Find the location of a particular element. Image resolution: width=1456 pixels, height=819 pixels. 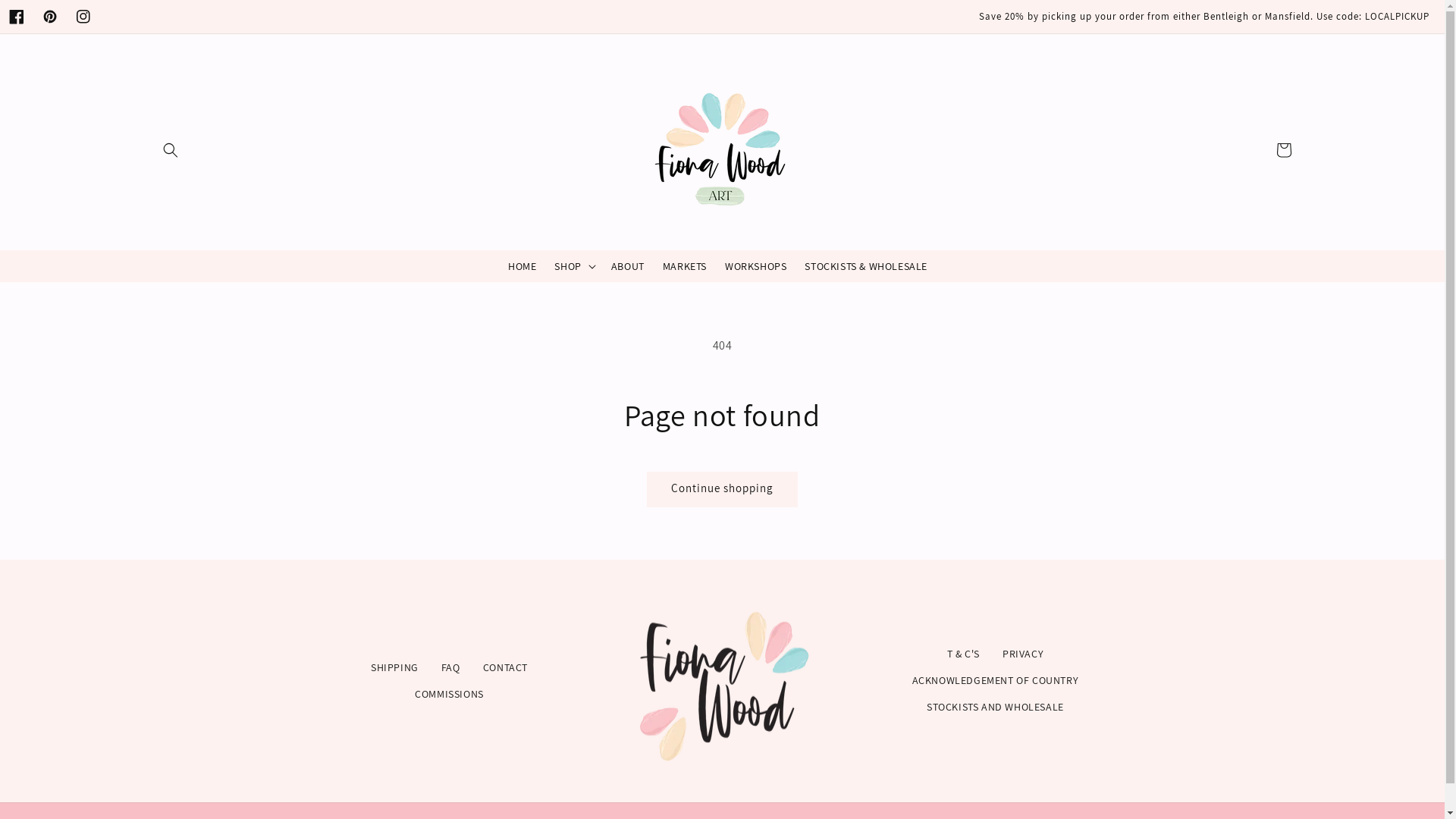

'STOCKISTS AND WHOLESALE' is located at coordinates (995, 707).